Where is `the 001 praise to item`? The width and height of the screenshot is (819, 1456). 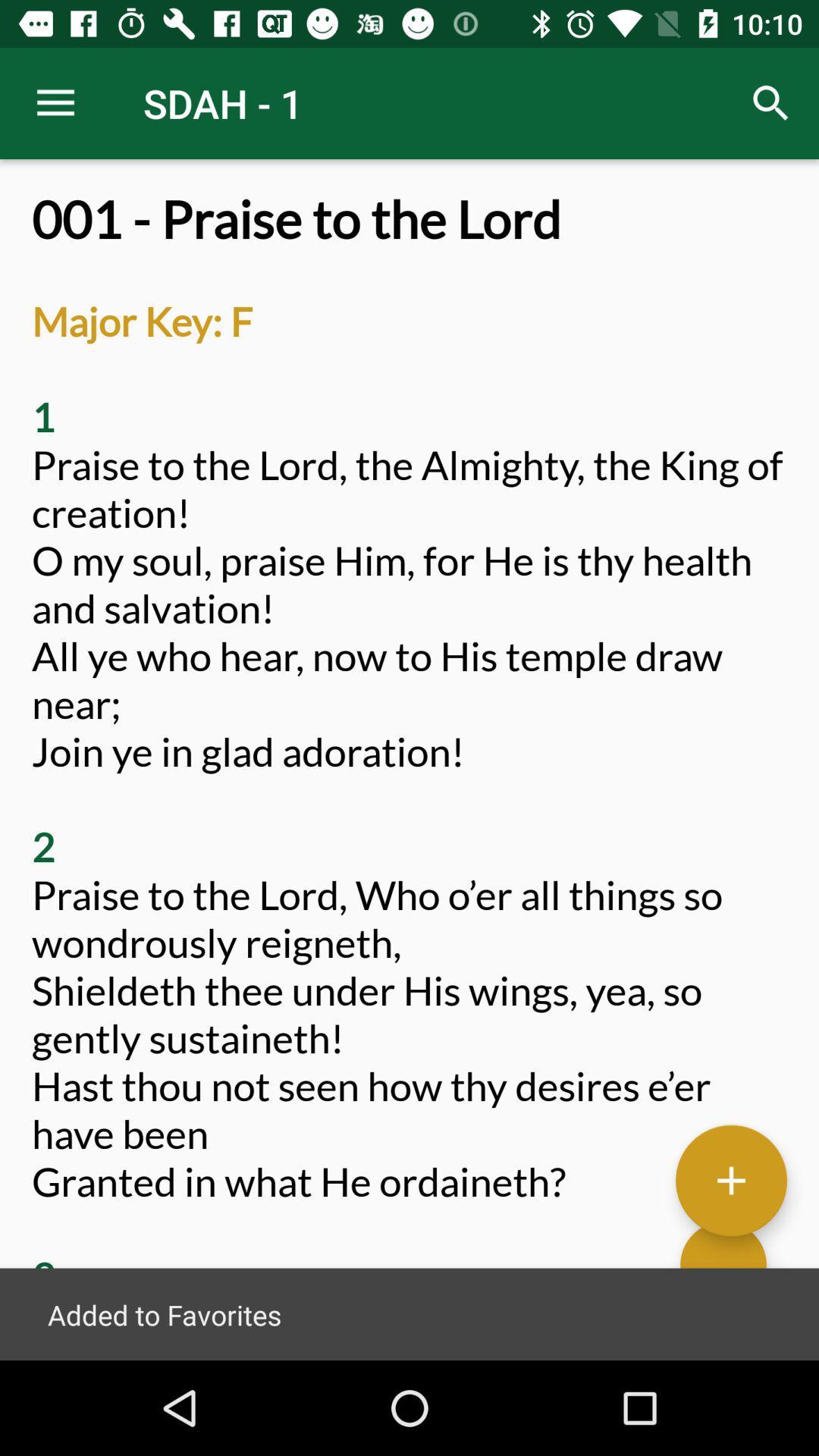 the 001 praise to item is located at coordinates (409, 775).